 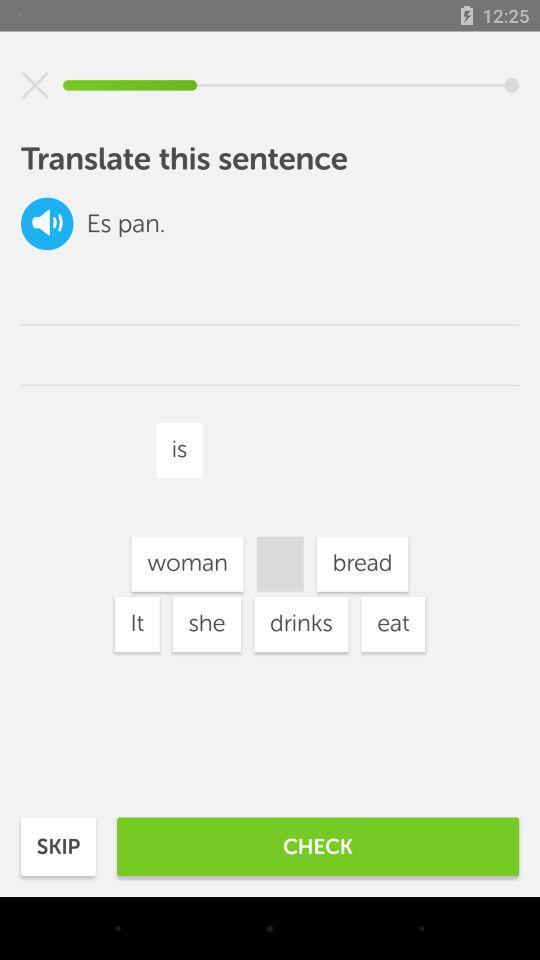 I want to click on the item next to drinks, so click(x=205, y=623).